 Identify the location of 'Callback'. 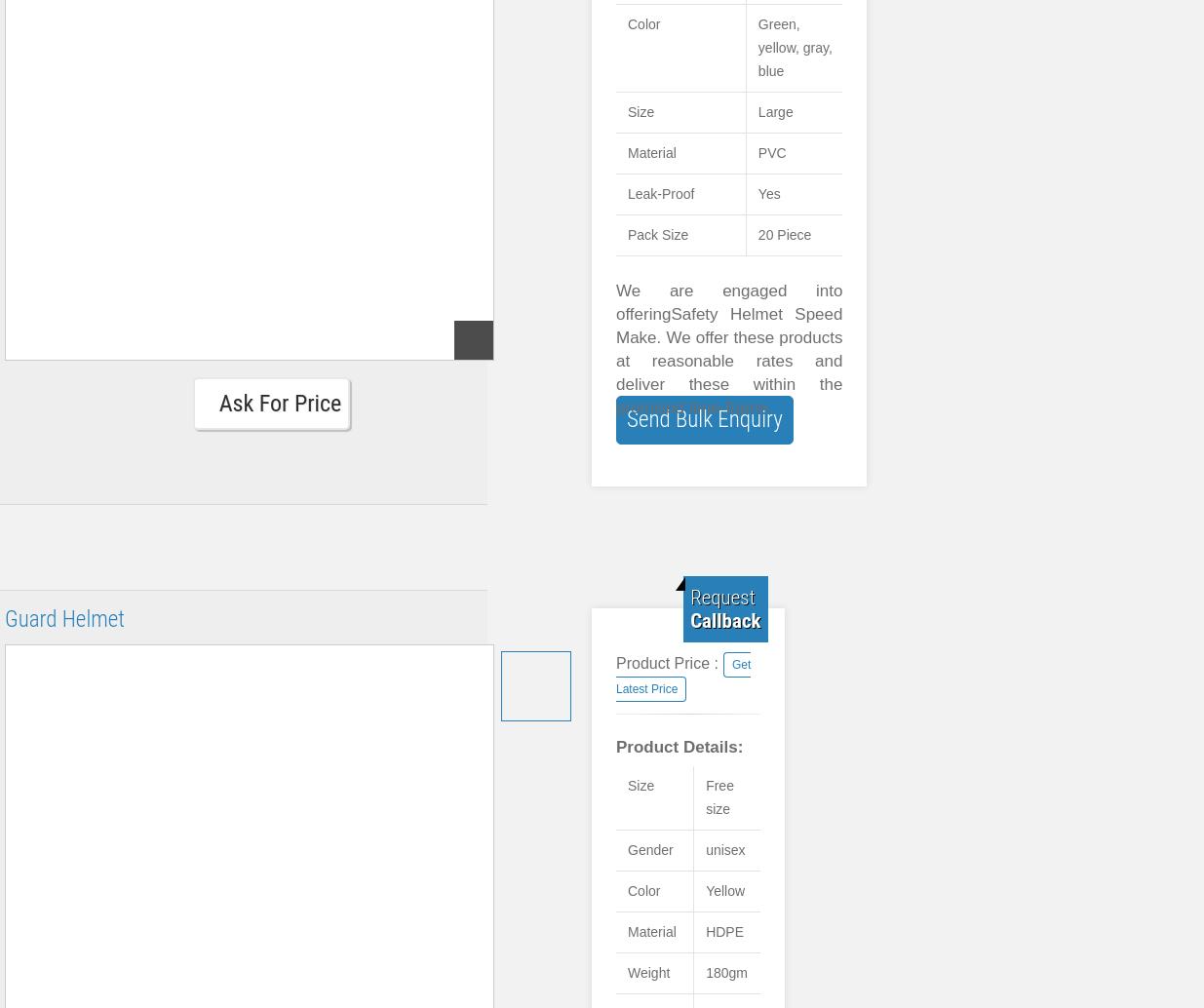
(724, 621).